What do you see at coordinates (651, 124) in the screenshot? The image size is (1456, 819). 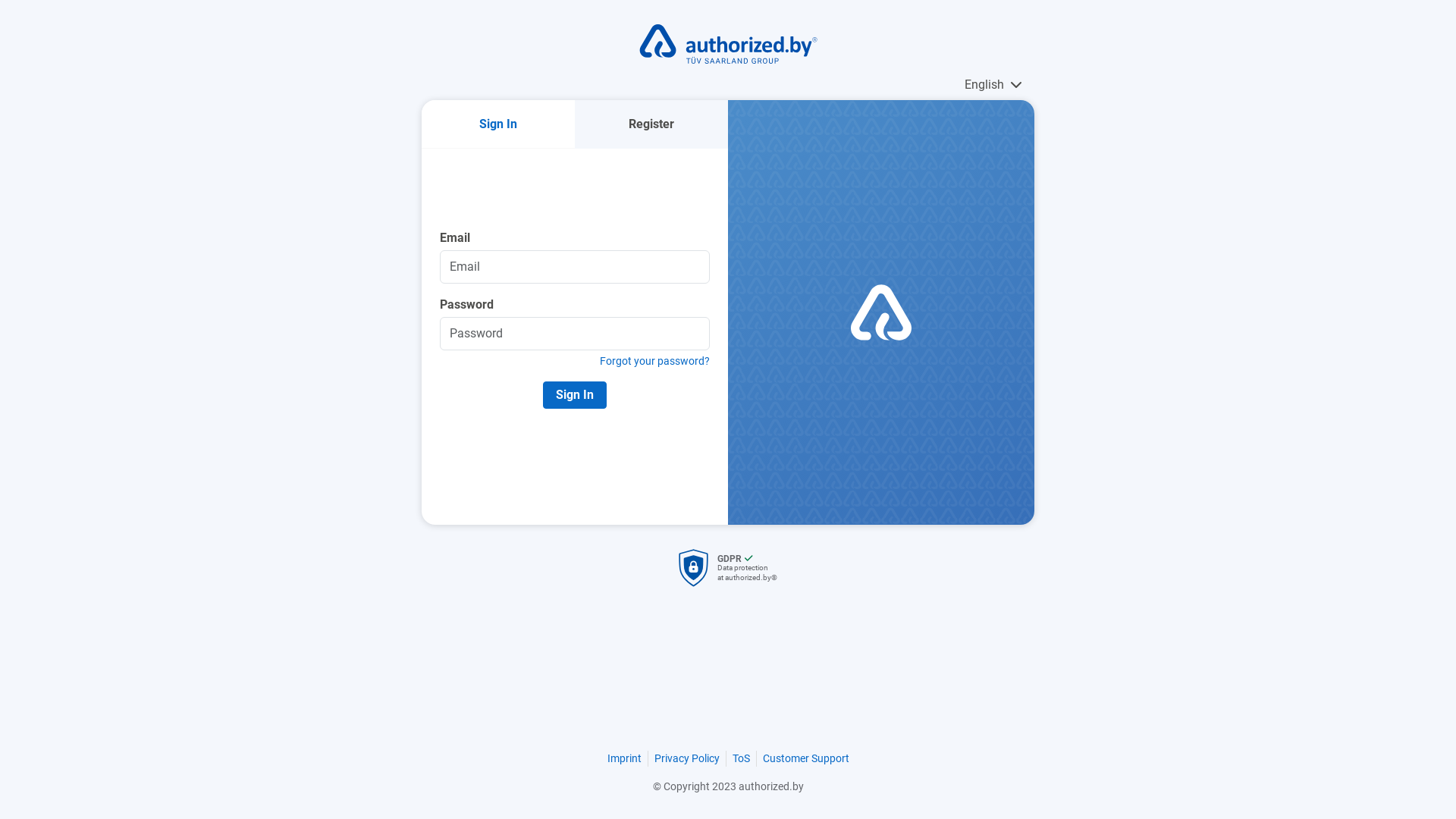 I see `'Register'` at bounding box center [651, 124].